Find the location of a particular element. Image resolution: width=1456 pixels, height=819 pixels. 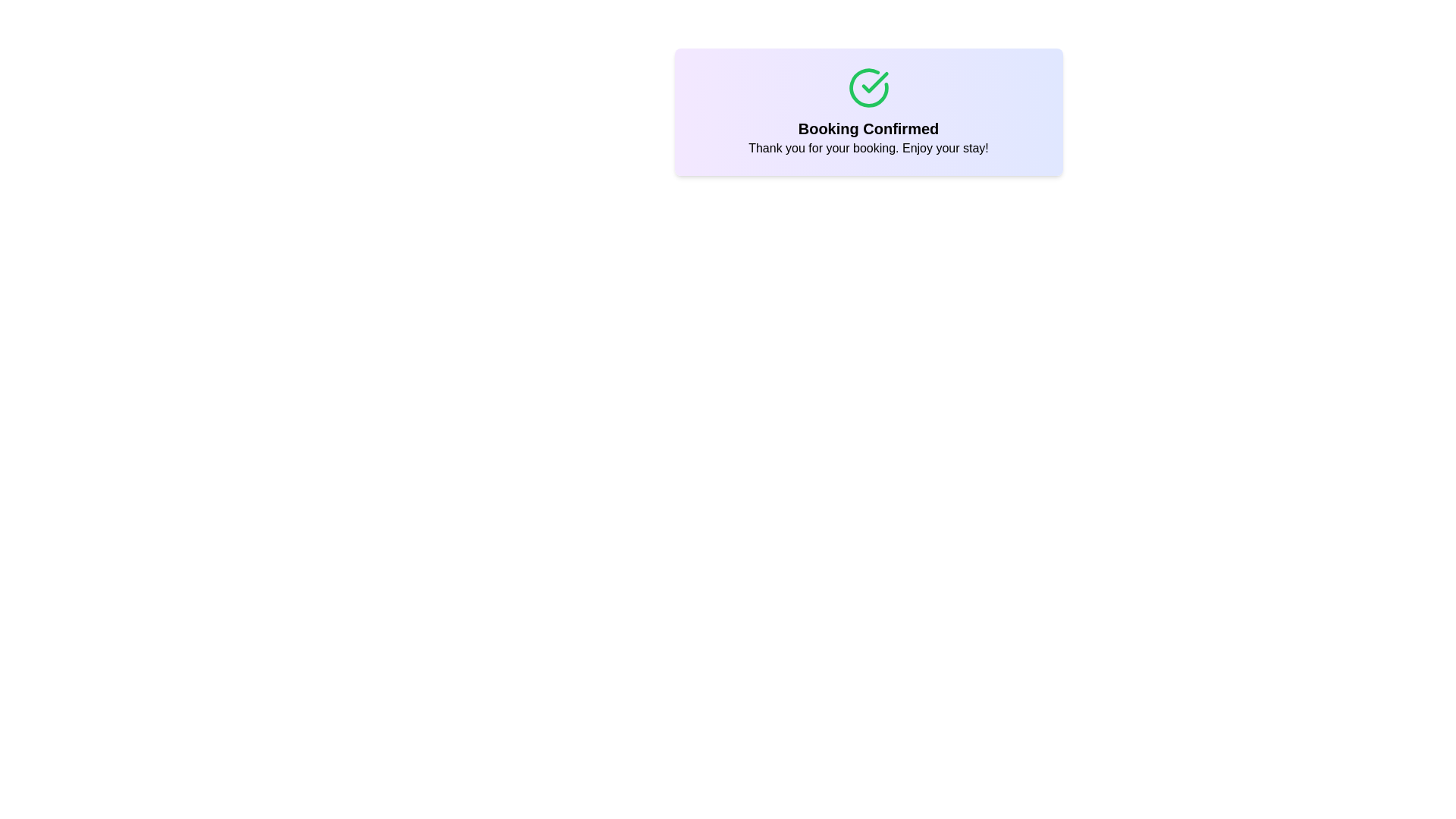

the green checkmark symbol embedded within a circular outline for visual confirmation is located at coordinates (874, 82).